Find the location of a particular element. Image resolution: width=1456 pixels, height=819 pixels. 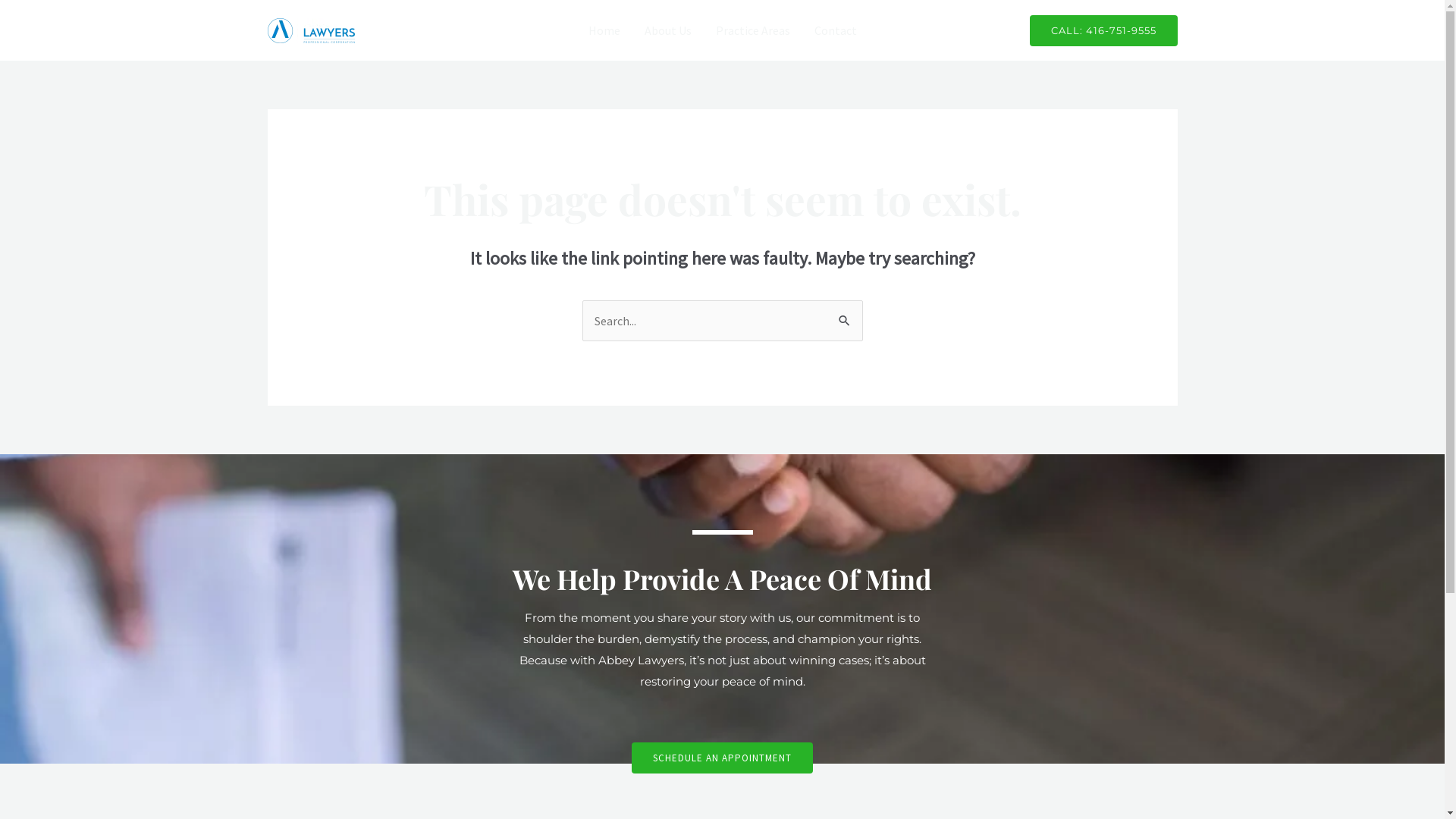

'Practice Areas' is located at coordinates (702, 30).